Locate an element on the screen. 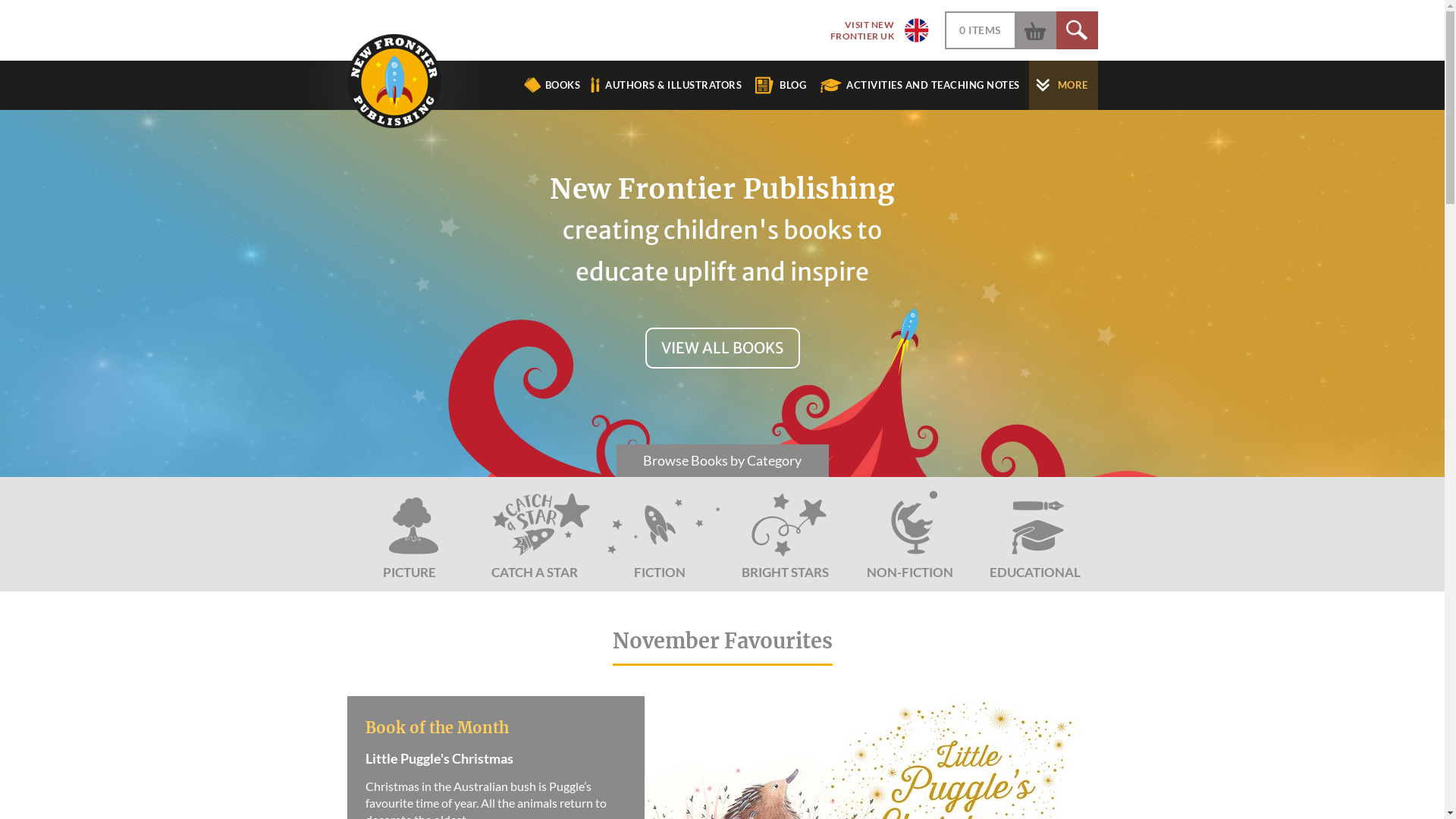 This screenshot has height=819, width=1456. 'BLOG' is located at coordinates (786, 85).